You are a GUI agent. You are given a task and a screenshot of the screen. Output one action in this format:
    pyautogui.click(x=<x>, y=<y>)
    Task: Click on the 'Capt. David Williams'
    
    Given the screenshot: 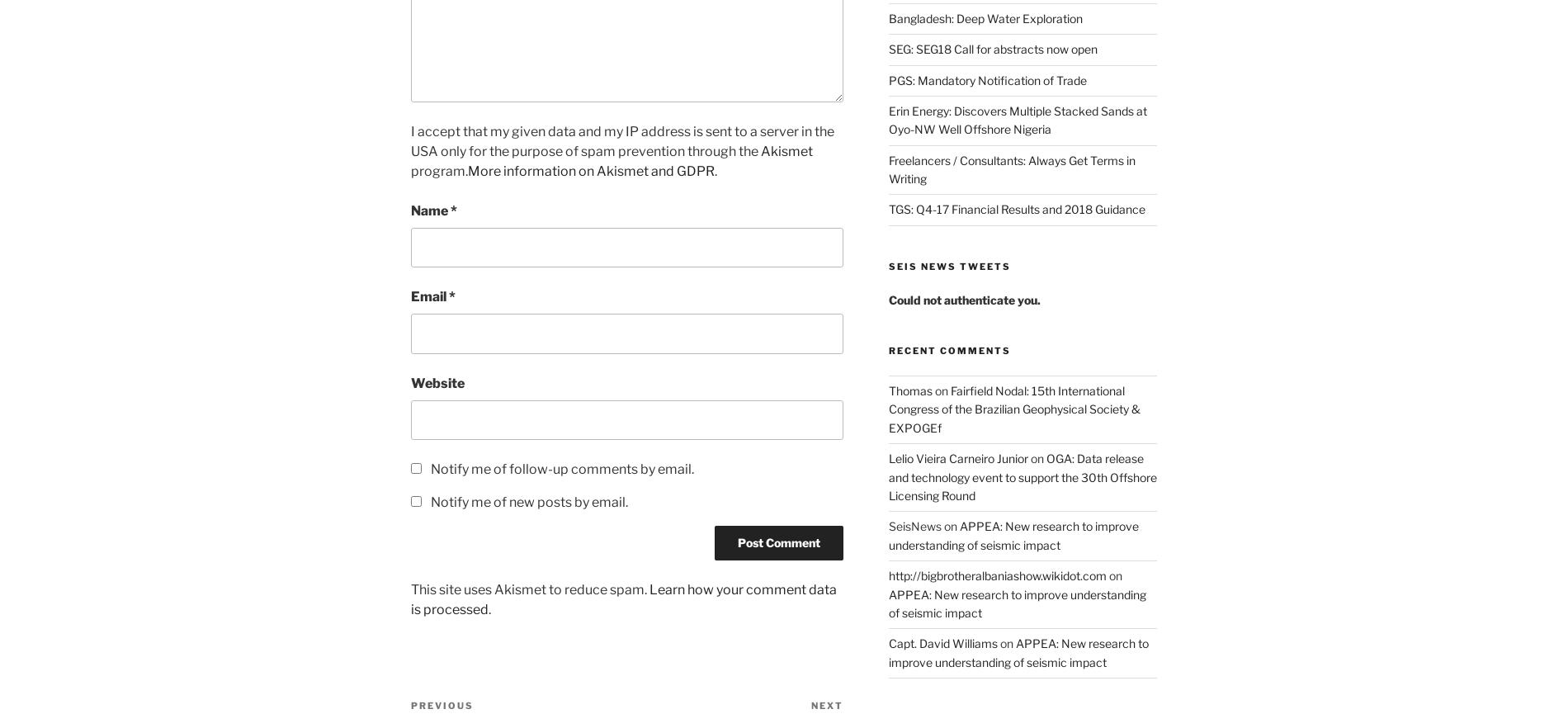 What is the action you would take?
    pyautogui.click(x=887, y=642)
    